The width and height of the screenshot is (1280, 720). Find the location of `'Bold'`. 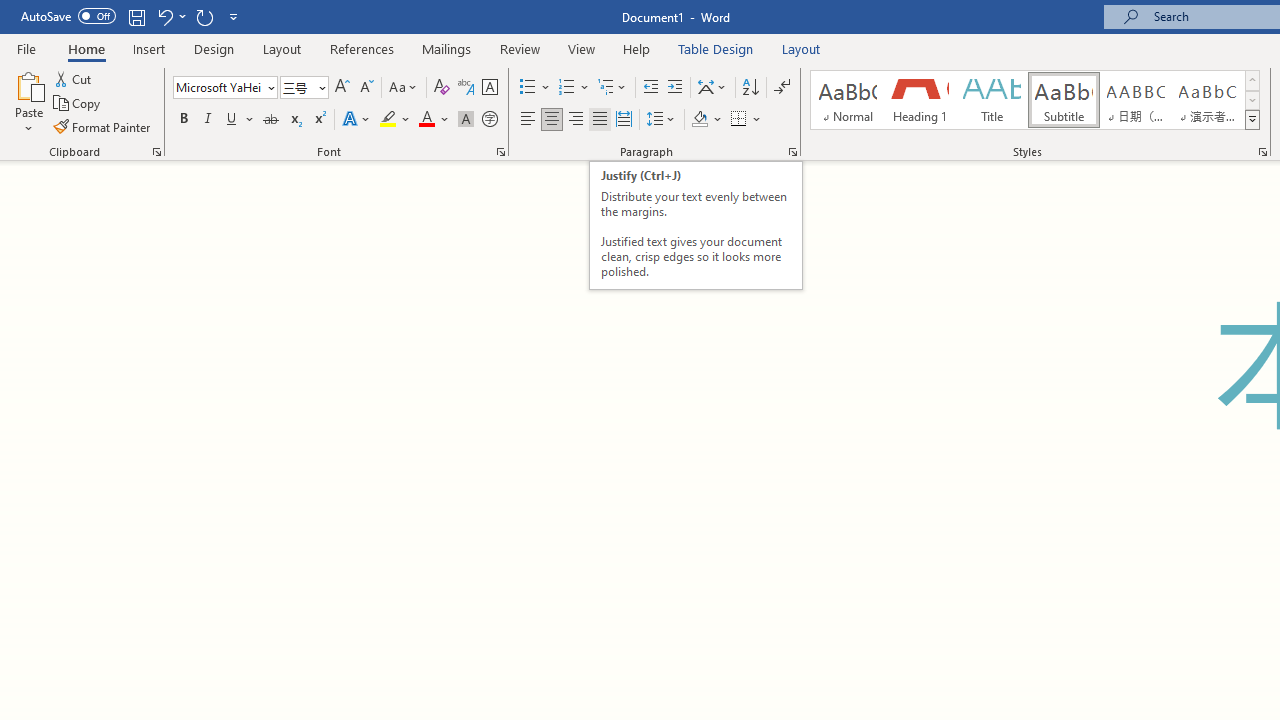

'Bold' is located at coordinates (183, 119).